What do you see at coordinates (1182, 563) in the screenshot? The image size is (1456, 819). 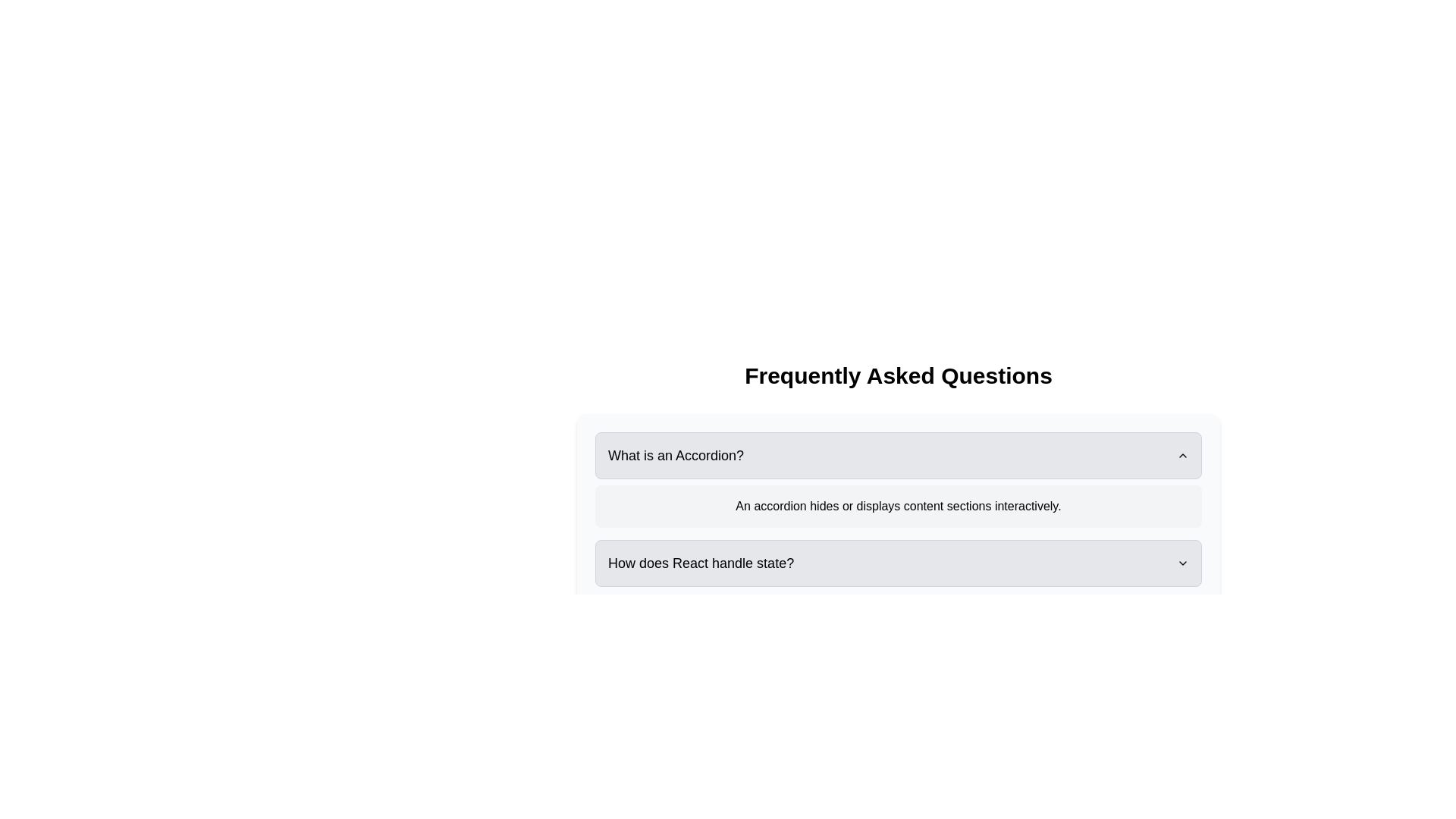 I see `the downward chevron icon at the far right of the row labeled 'How does React handle state?'` at bounding box center [1182, 563].